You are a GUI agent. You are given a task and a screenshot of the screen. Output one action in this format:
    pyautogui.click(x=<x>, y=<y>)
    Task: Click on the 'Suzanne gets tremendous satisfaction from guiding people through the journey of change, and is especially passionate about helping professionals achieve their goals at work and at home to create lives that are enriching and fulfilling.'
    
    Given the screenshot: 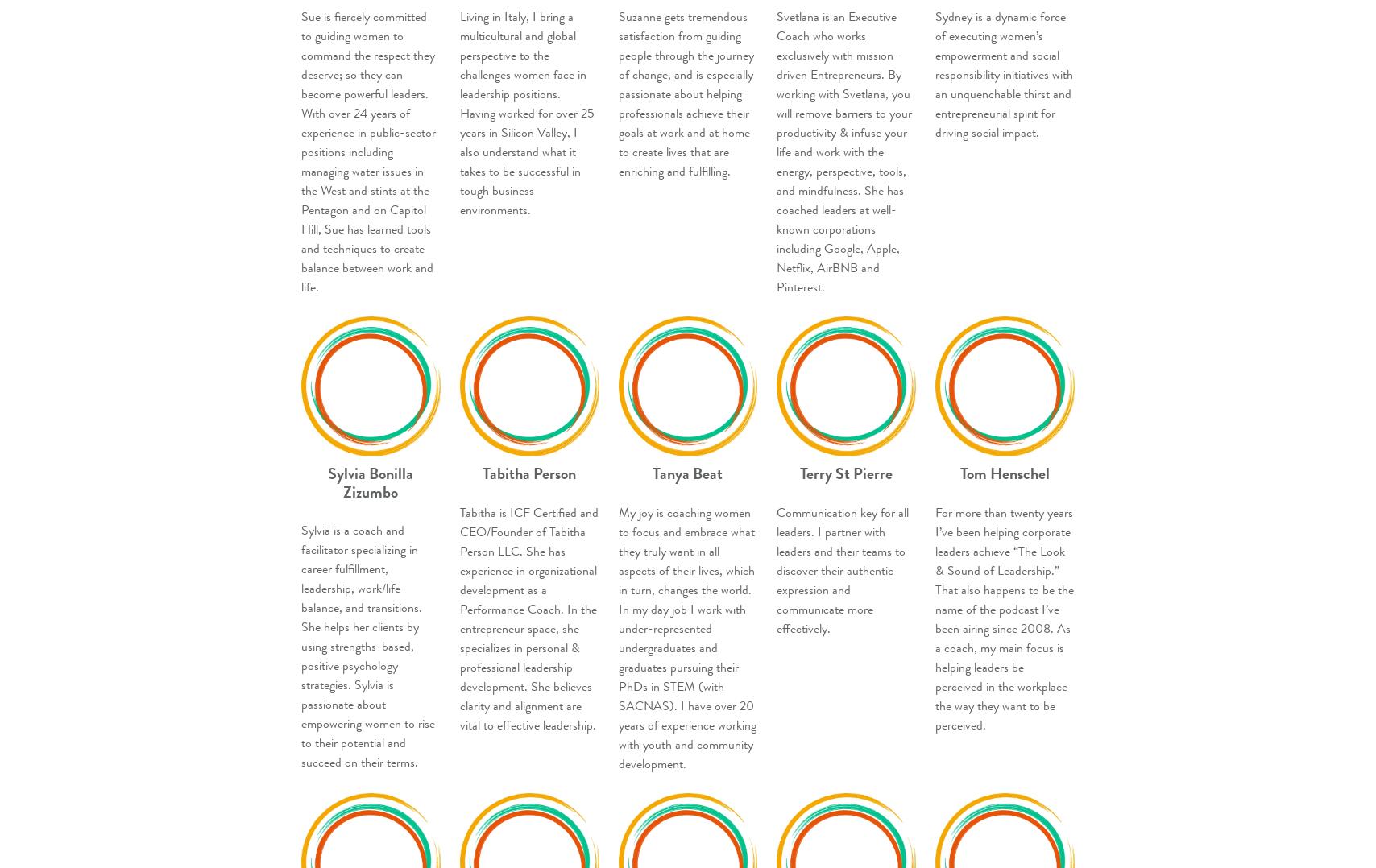 What is the action you would take?
    pyautogui.click(x=685, y=93)
    